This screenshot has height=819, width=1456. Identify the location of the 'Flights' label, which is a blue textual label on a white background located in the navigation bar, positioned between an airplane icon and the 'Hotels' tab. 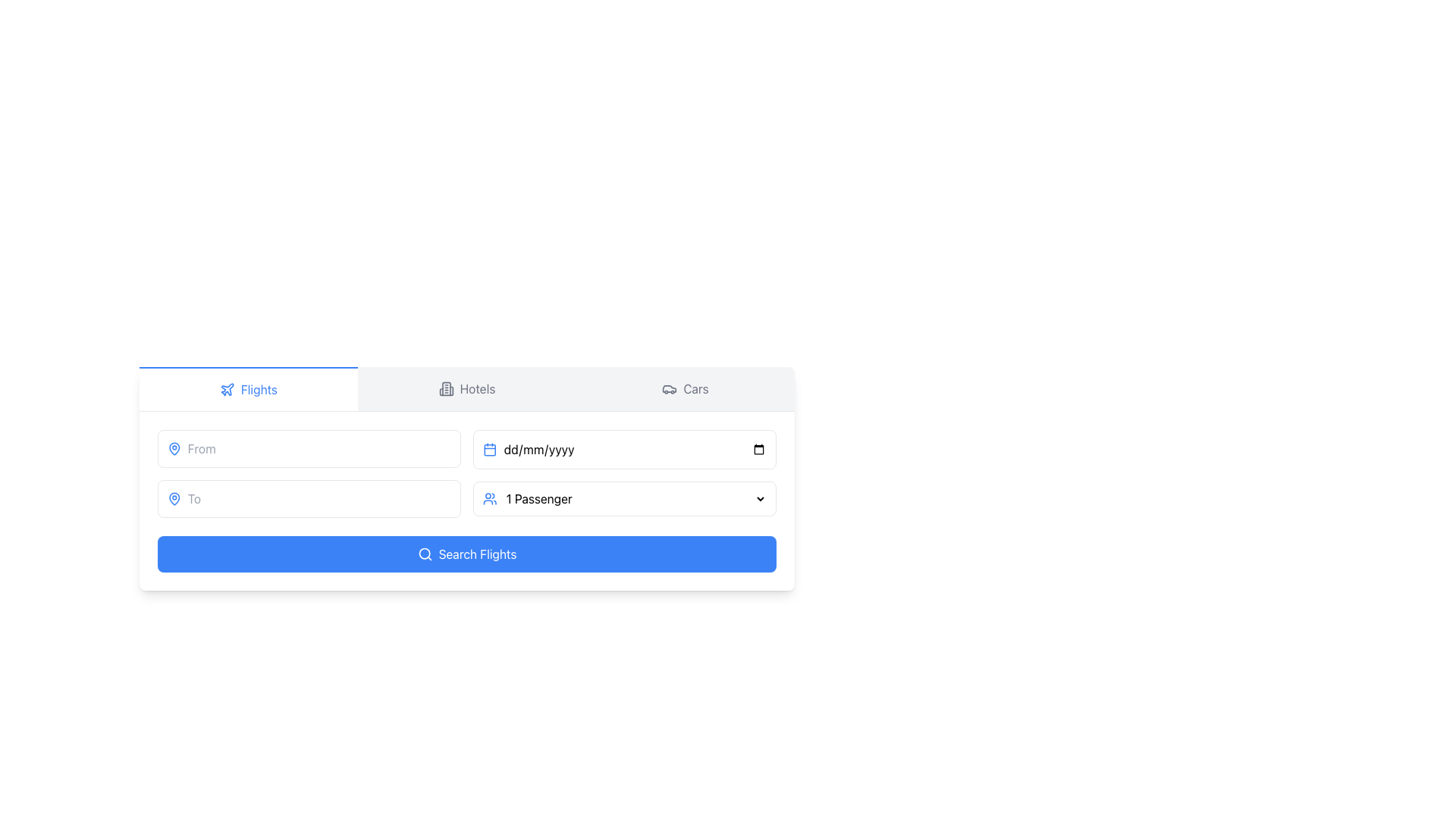
(259, 388).